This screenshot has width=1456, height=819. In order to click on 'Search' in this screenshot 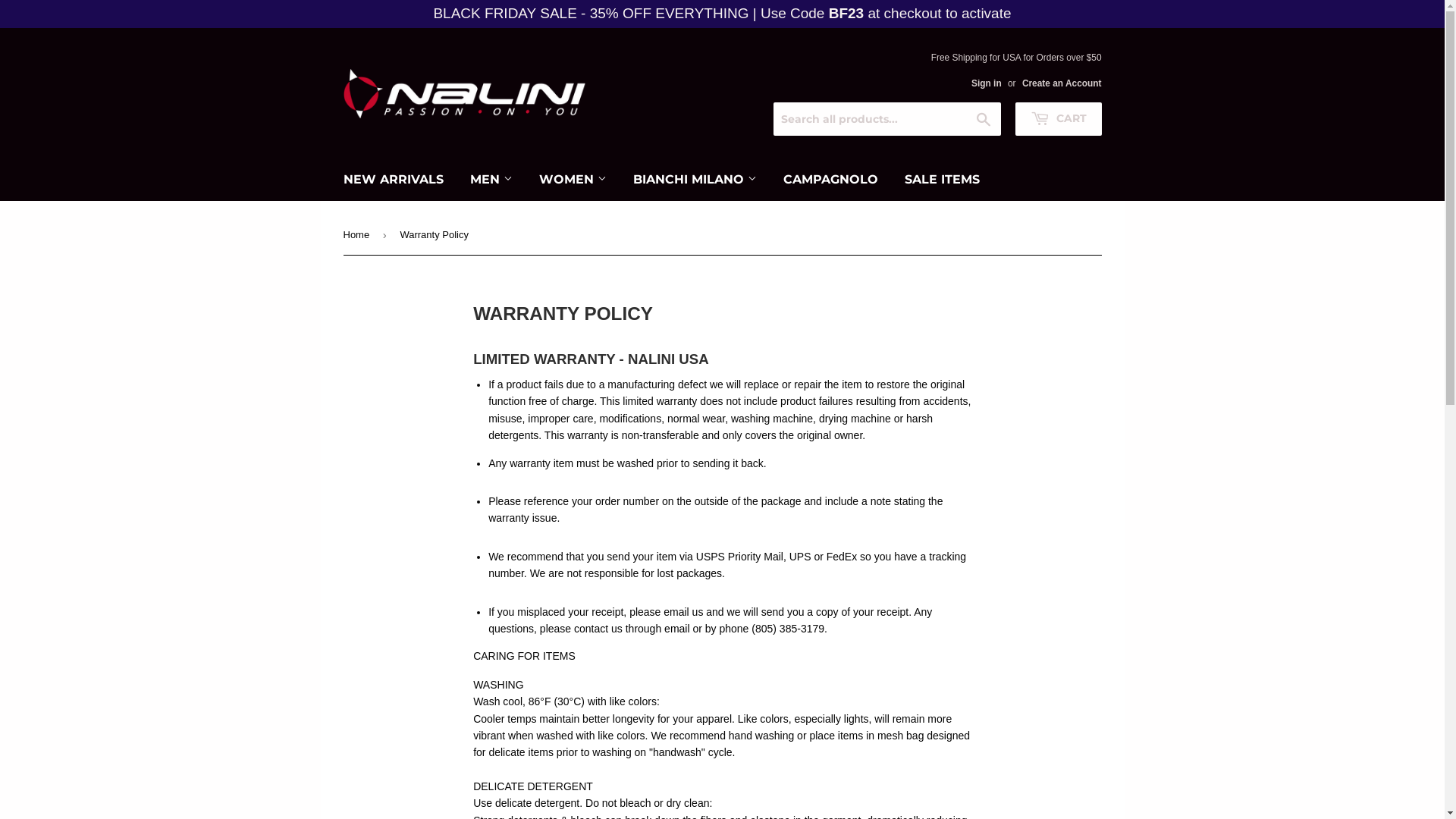, I will do `click(984, 119)`.